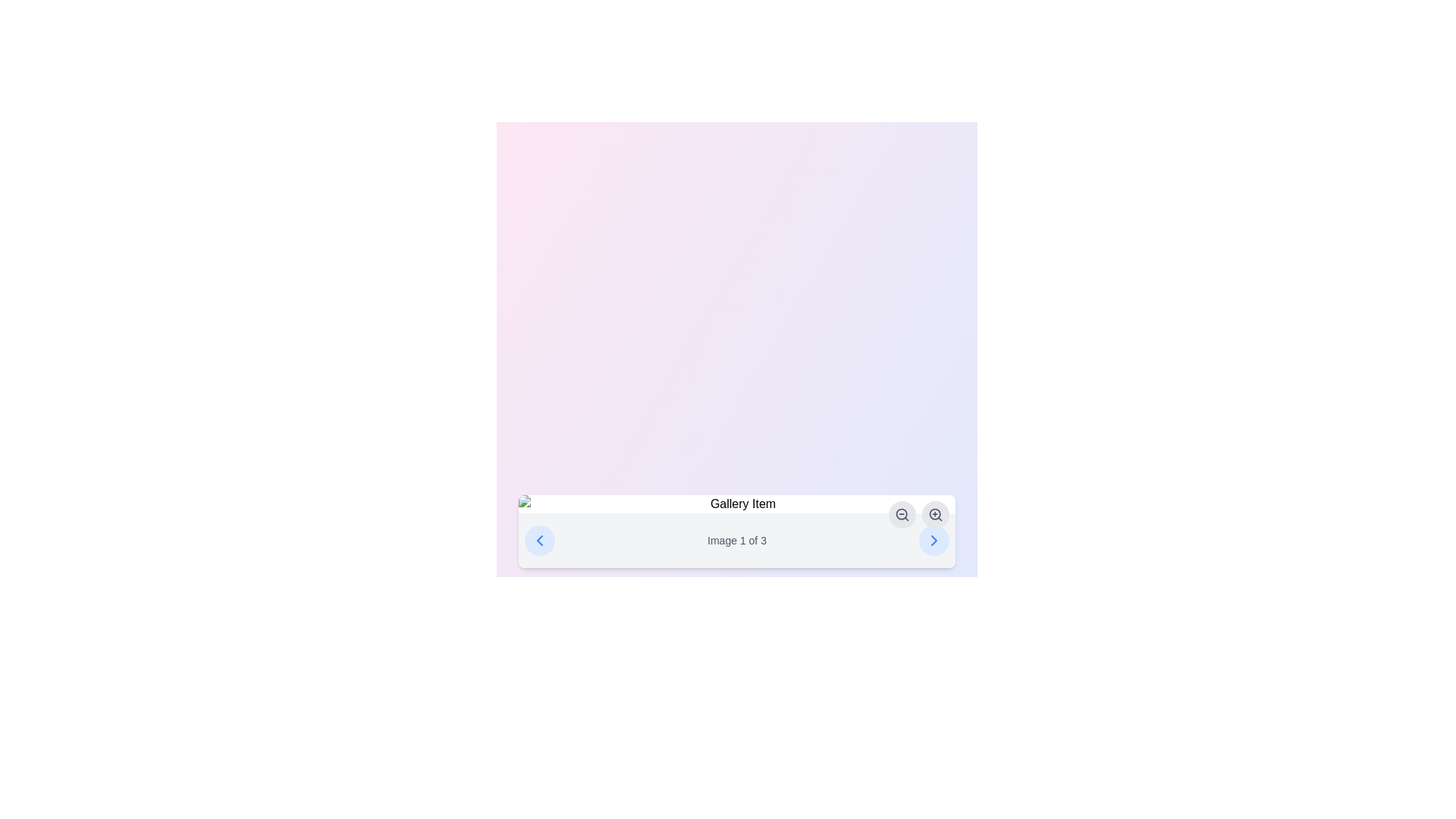  What do you see at coordinates (934, 540) in the screenshot?
I see `the navigation button for moving to the next image in the gallery, located to the right of the 'Image 1 of 3' text` at bounding box center [934, 540].